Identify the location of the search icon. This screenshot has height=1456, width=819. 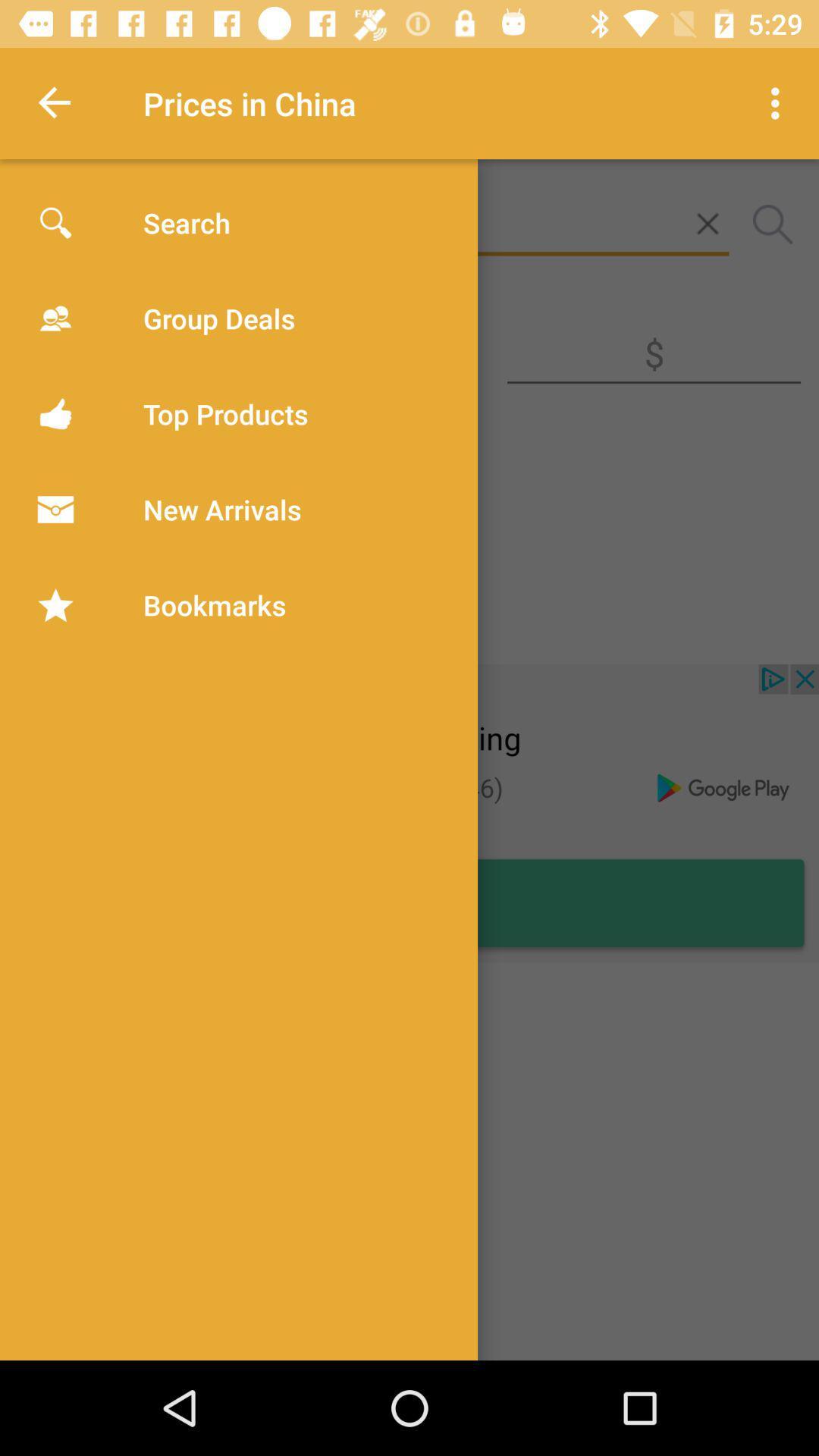
(773, 224).